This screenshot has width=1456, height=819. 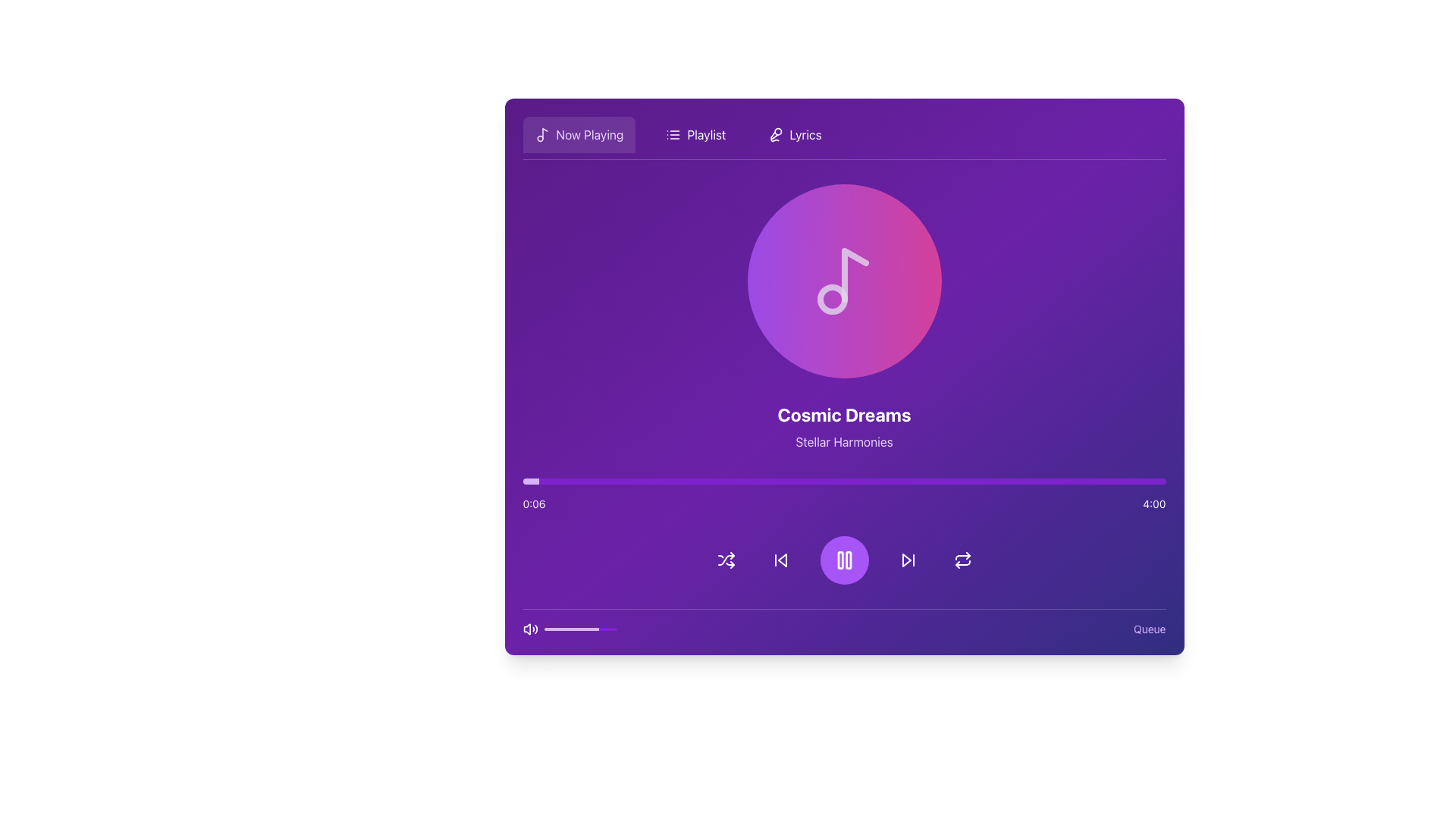 What do you see at coordinates (906, 560) in the screenshot?
I see `the 'skip forward' icon in the bottom control panel` at bounding box center [906, 560].